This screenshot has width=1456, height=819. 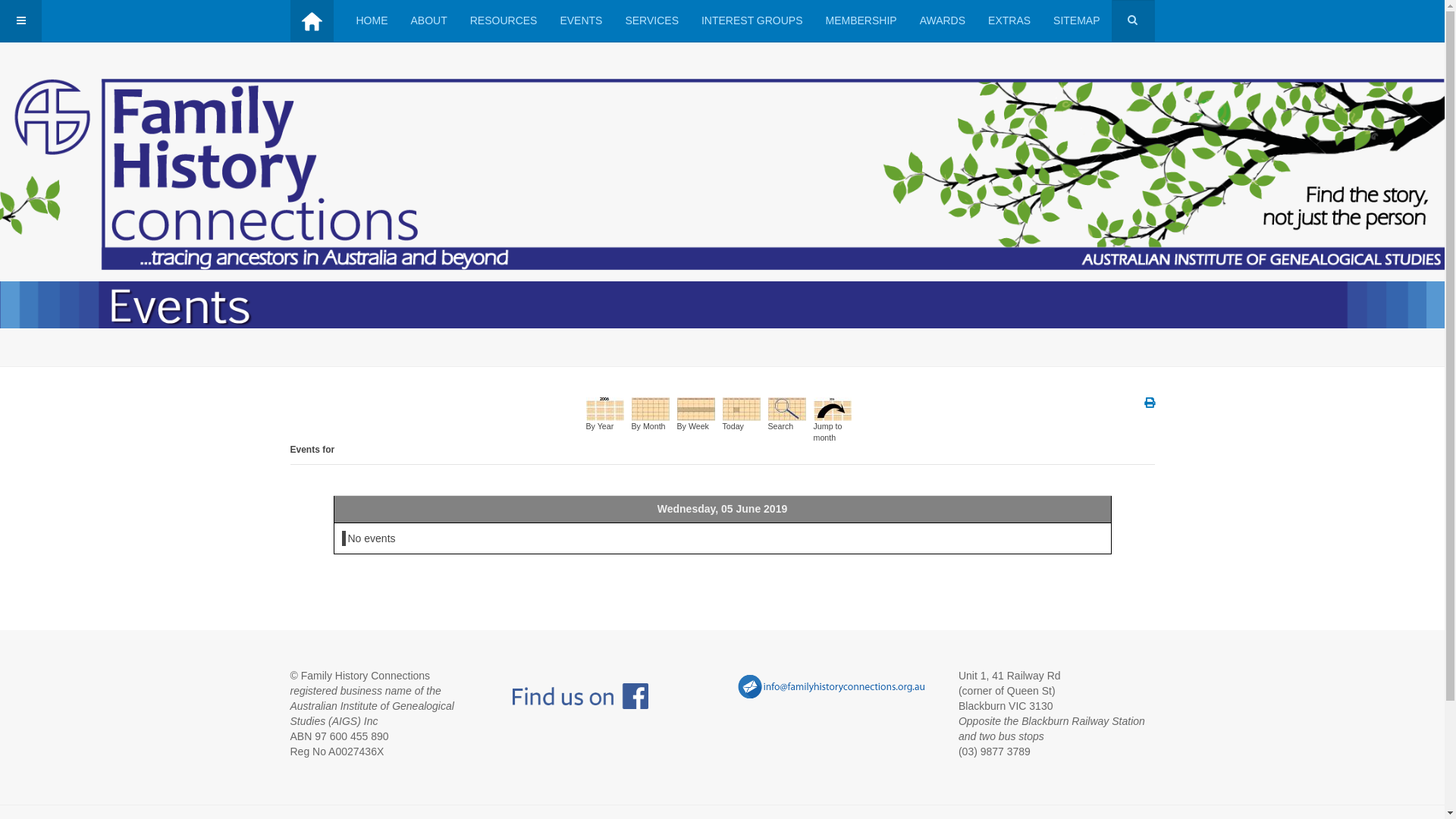 What do you see at coordinates (585, 406) in the screenshot?
I see `'By Year'` at bounding box center [585, 406].